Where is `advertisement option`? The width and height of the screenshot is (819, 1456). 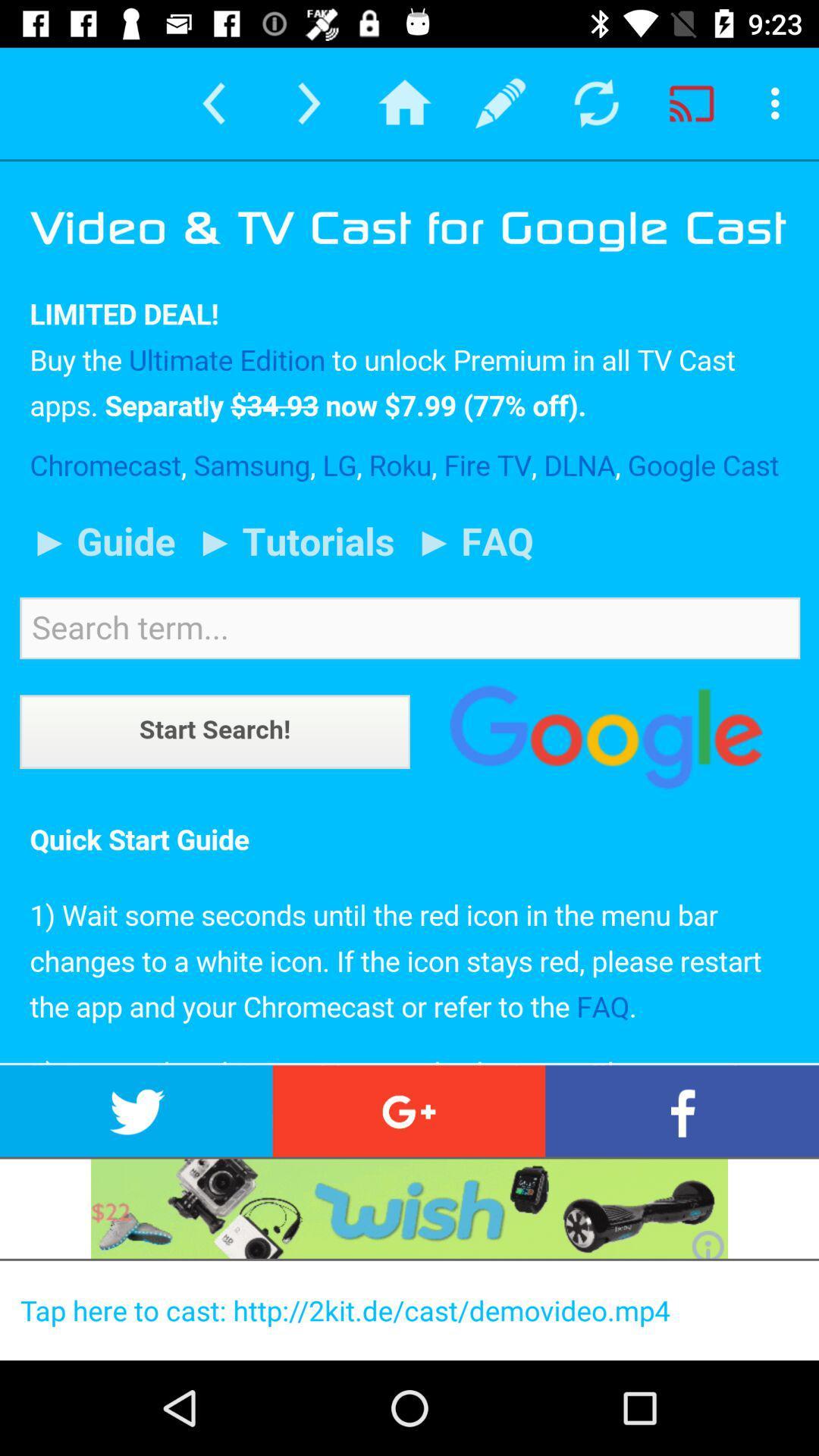 advertisement option is located at coordinates (409, 1208).